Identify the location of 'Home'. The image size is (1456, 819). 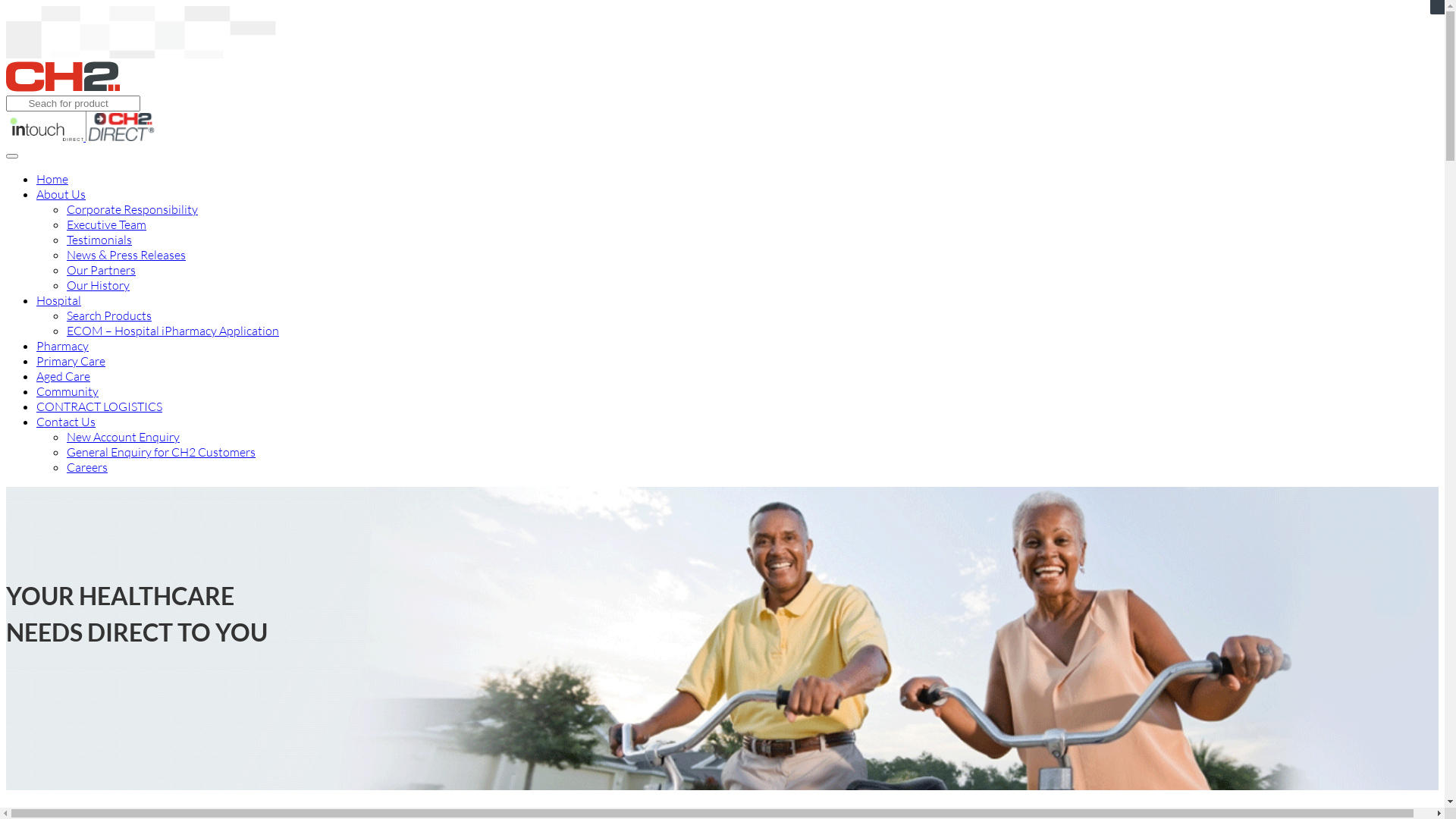
(52, 177).